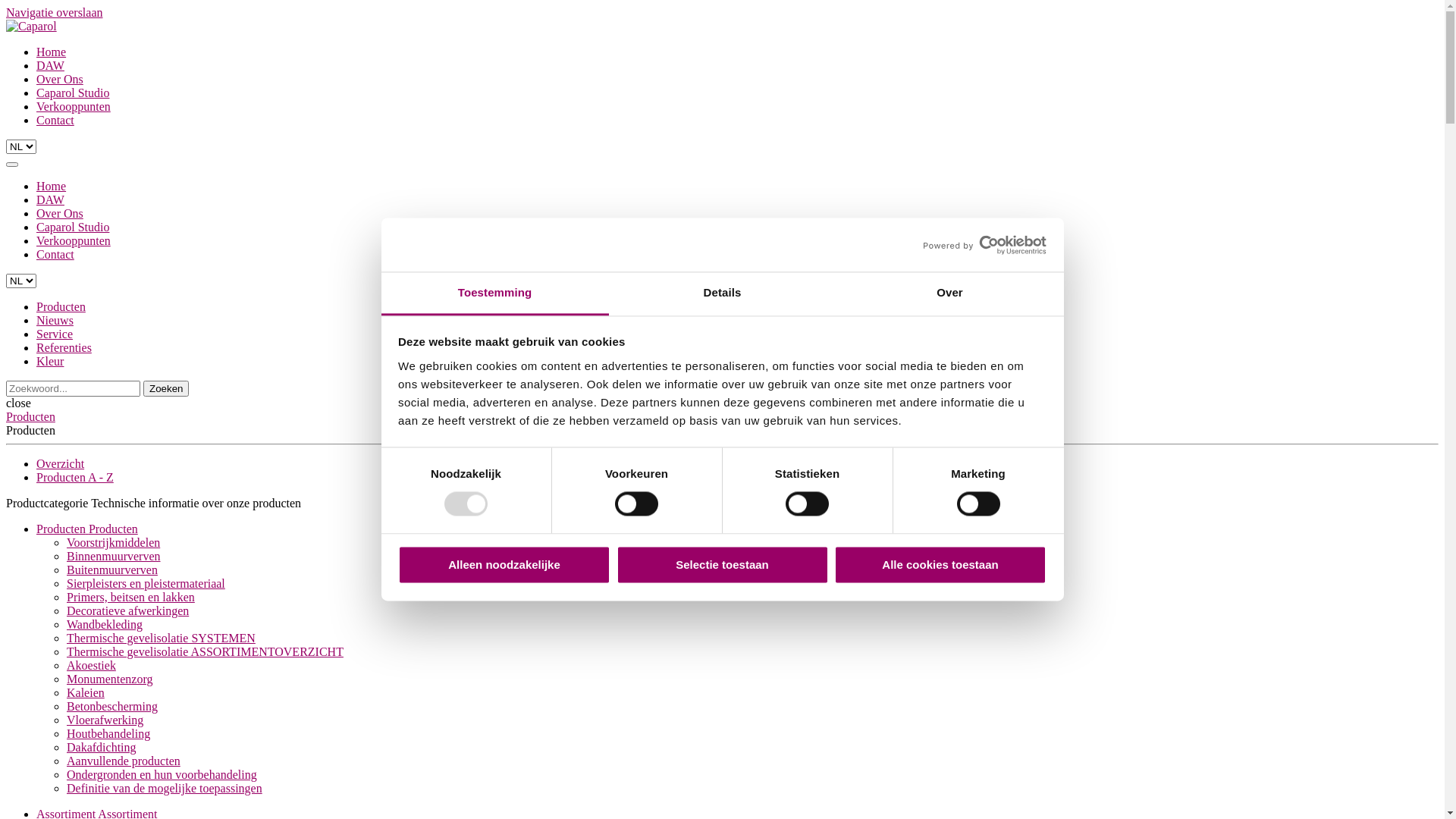 The width and height of the screenshot is (1456, 819). What do you see at coordinates (65, 761) in the screenshot?
I see `'Aanvullende producten'` at bounding box center [65, 761].